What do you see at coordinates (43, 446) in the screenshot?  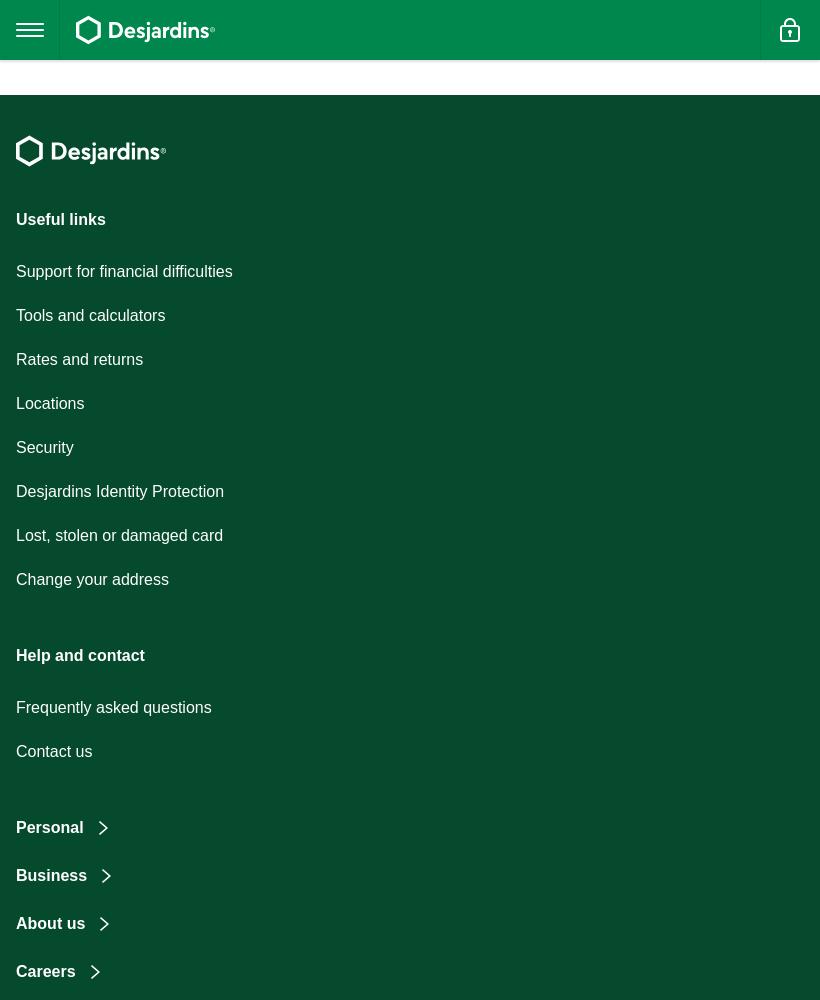 I see `'Security'` at bounding box center [43, 446].